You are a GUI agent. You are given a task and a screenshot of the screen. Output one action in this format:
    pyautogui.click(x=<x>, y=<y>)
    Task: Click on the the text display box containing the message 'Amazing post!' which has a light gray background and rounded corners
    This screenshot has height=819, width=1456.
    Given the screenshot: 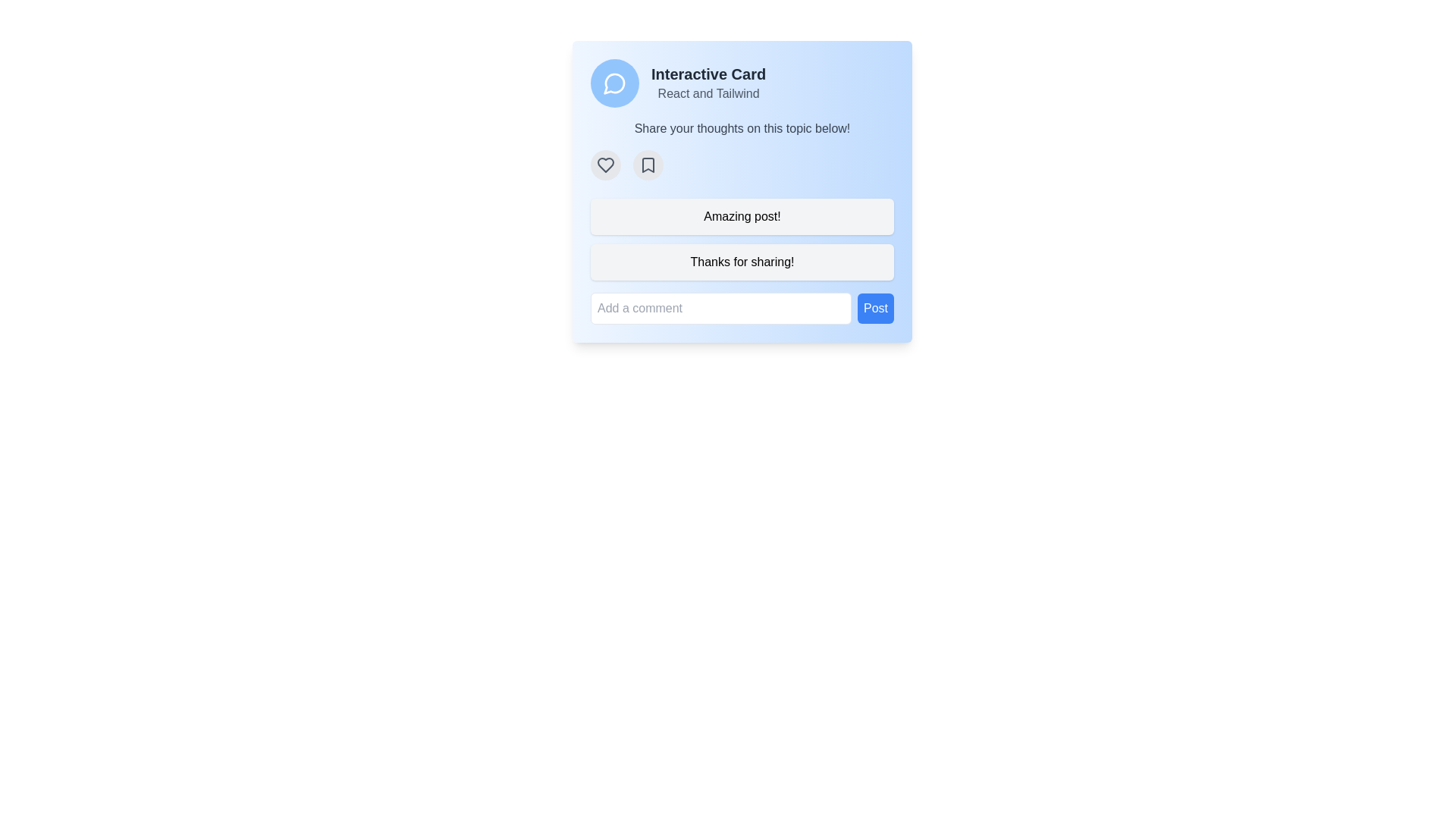 What is the action you would take?
    pyautogui.click(x=742, y=216)
    